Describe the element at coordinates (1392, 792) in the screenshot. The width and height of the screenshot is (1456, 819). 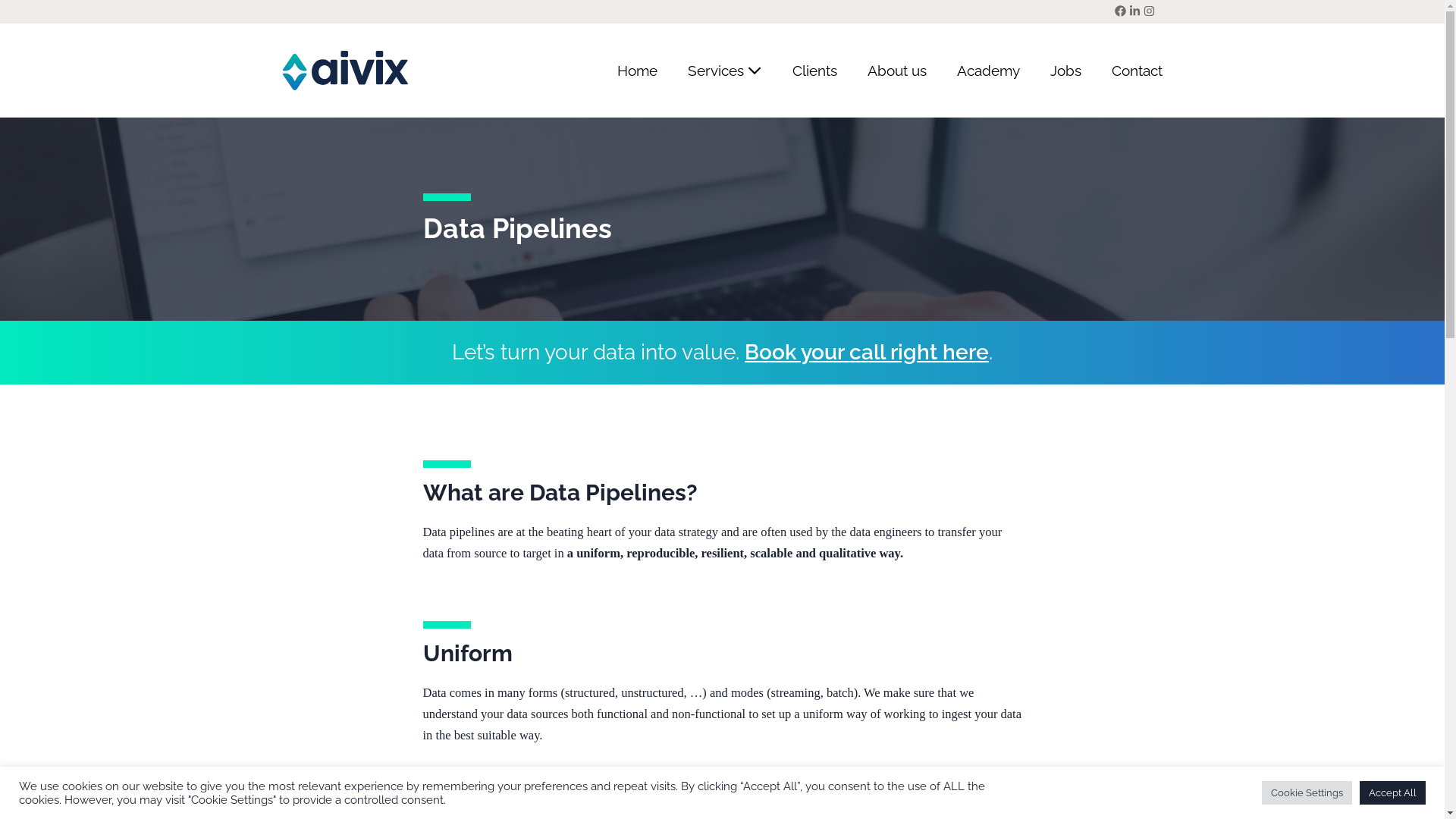
I see `'Accept All'` at that location.